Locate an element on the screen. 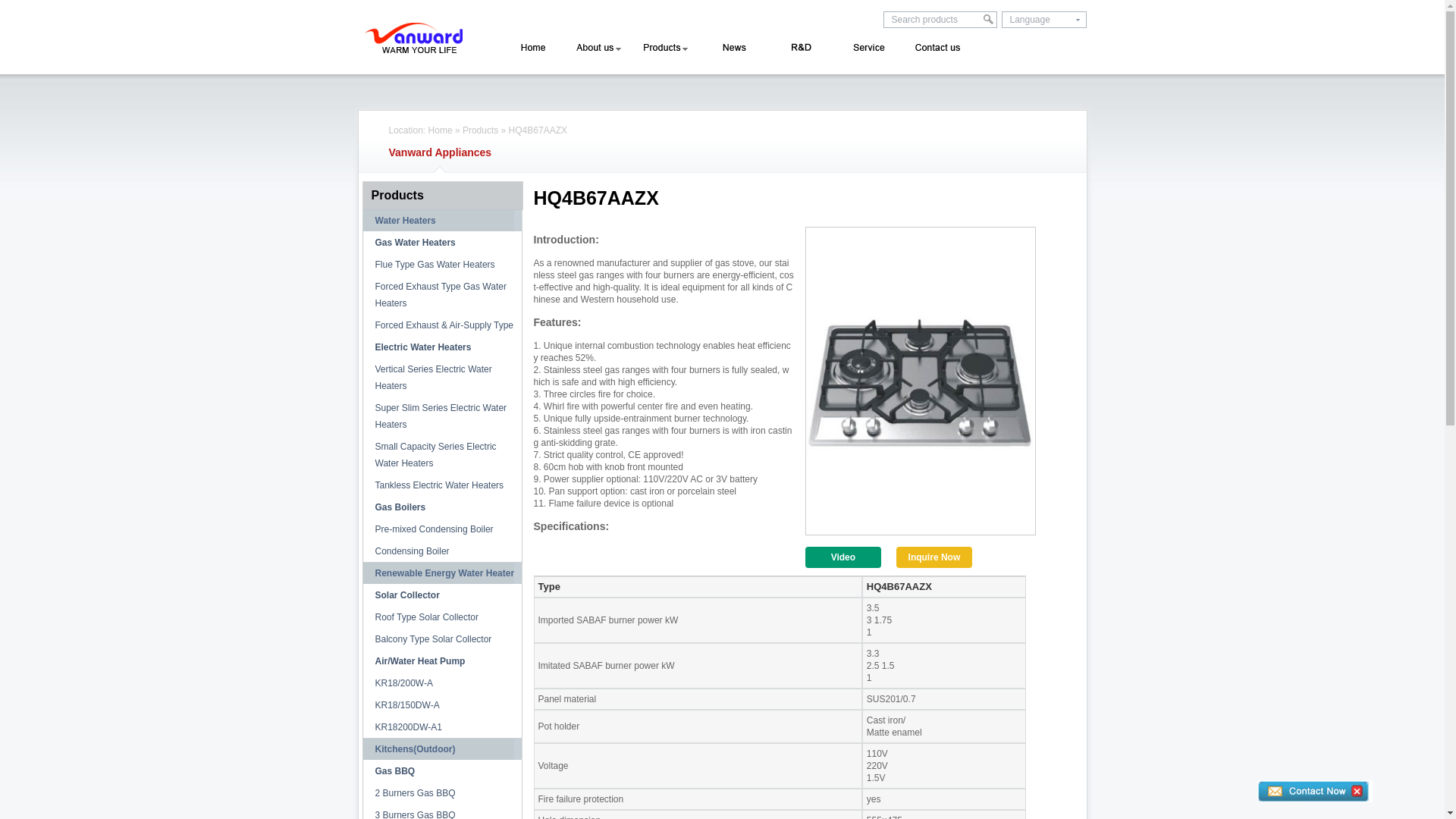 This screenshot has width=1456, height=819. 'About us' is located at coordinates (598, 47).